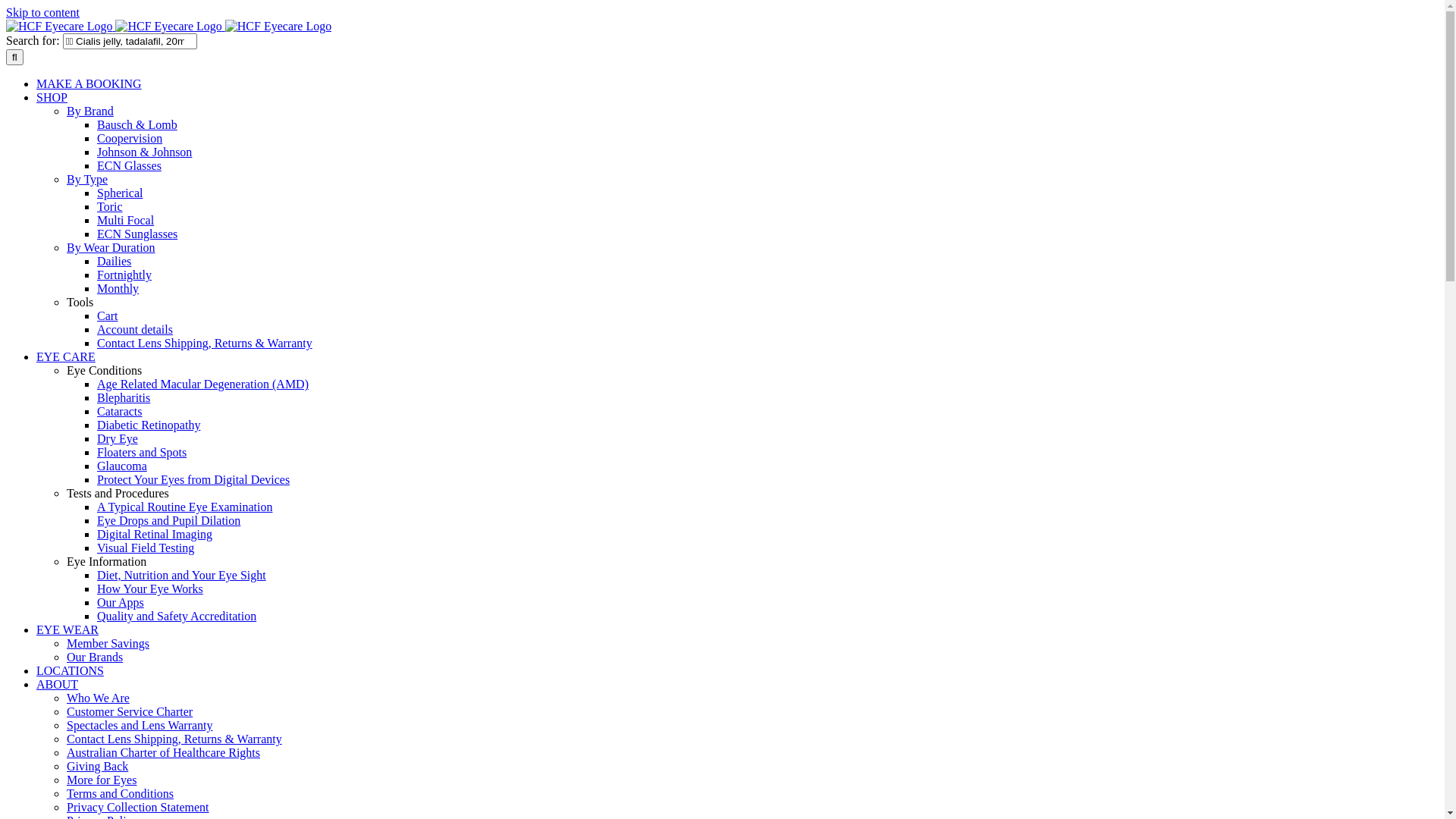 The width and height of the screenshot is (1456, 819). Describe the element at coordinates (42, 12) in the screenshot. I see `'Skip to content'` at that location.